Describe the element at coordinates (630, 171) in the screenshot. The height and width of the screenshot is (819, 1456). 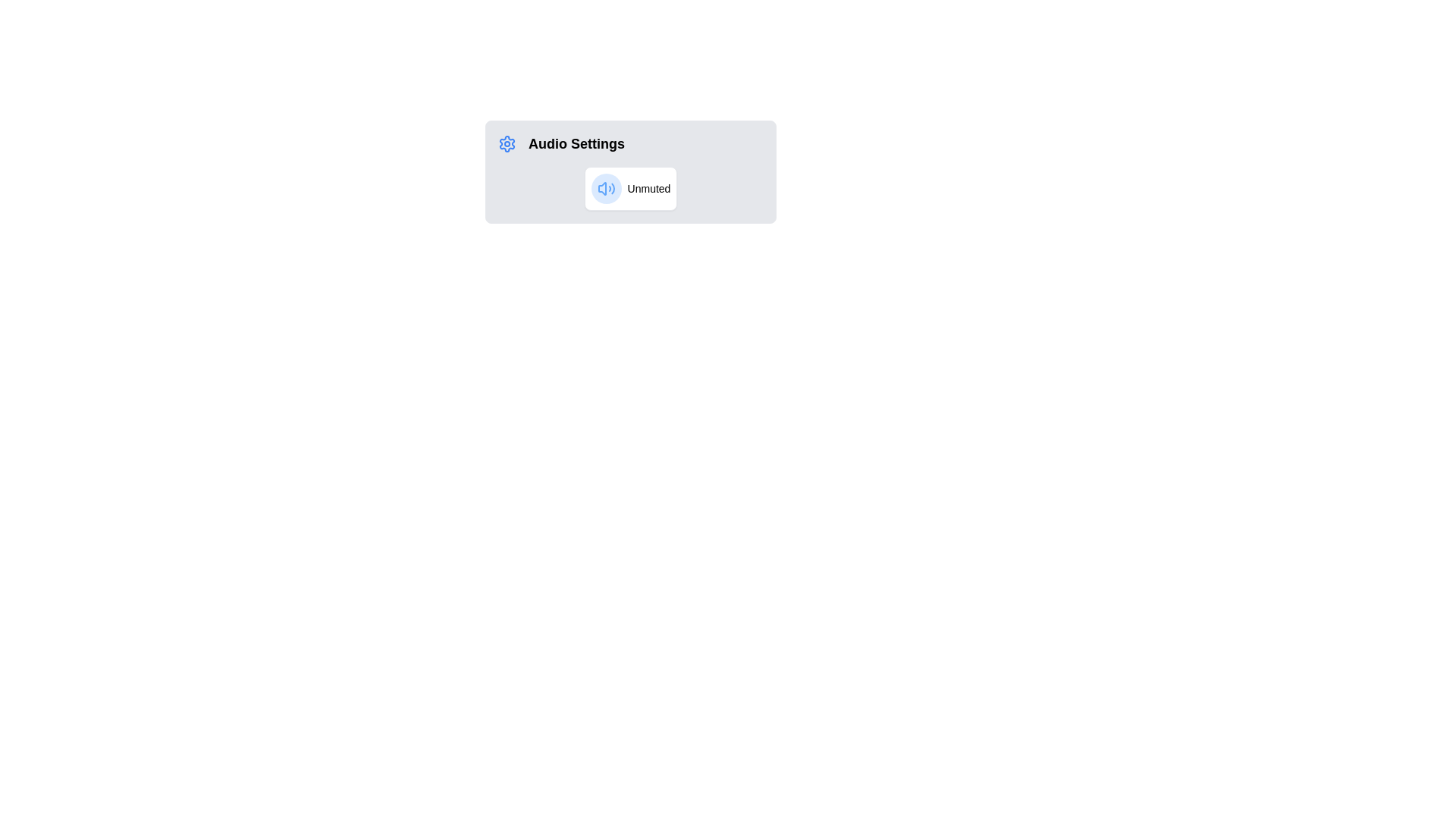
I see `the 'Unmuted' status indicator in the Audio Settings panel, which is a rectangular section with a light gray background and contains a label and a status indicator` at that location.